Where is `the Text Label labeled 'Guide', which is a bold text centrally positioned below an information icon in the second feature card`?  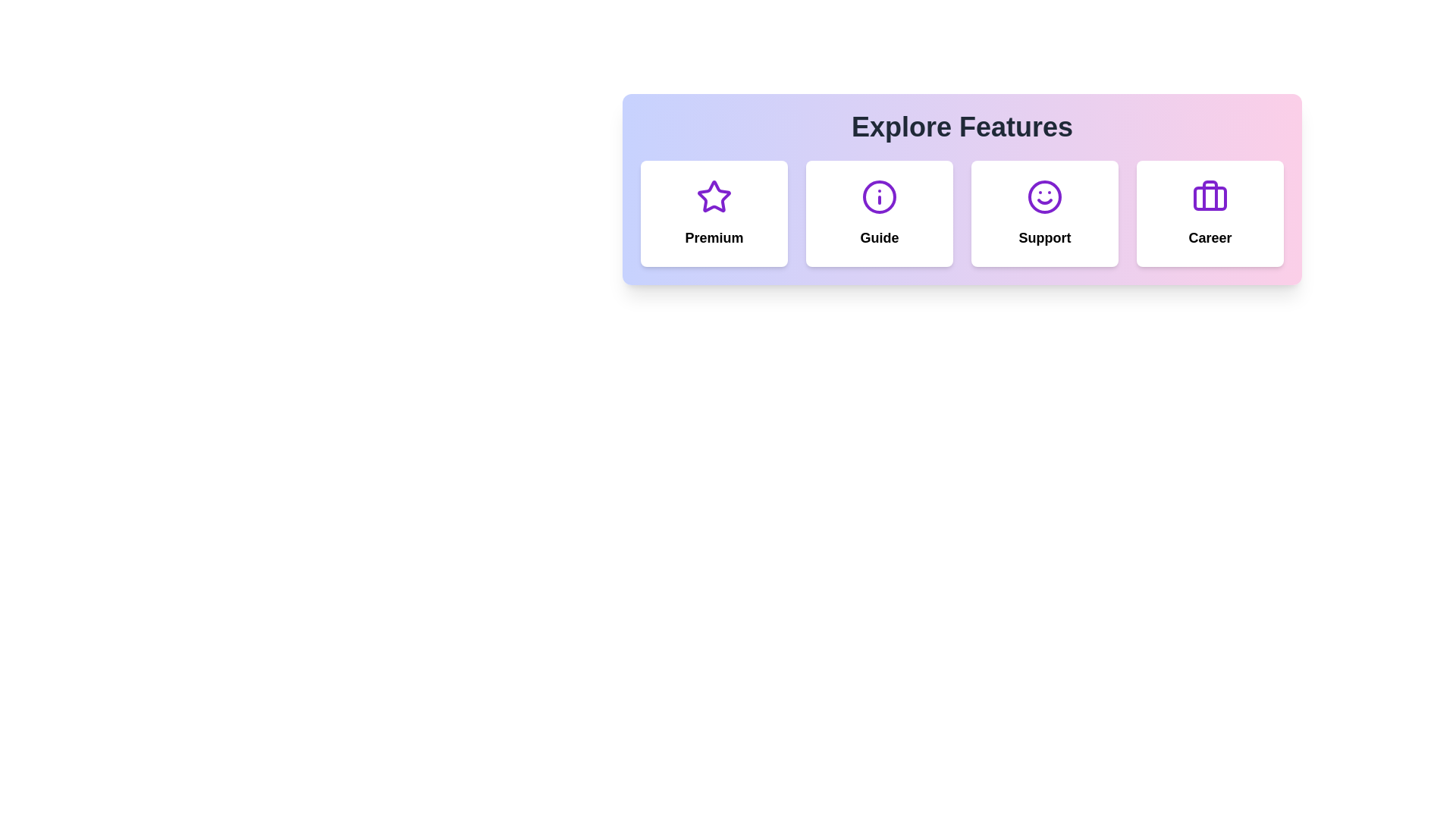
the Text Label labeled 'Guide', which is a bold text centrally positioned below an information icon in the second feature card is located at coordinates (880, 237).